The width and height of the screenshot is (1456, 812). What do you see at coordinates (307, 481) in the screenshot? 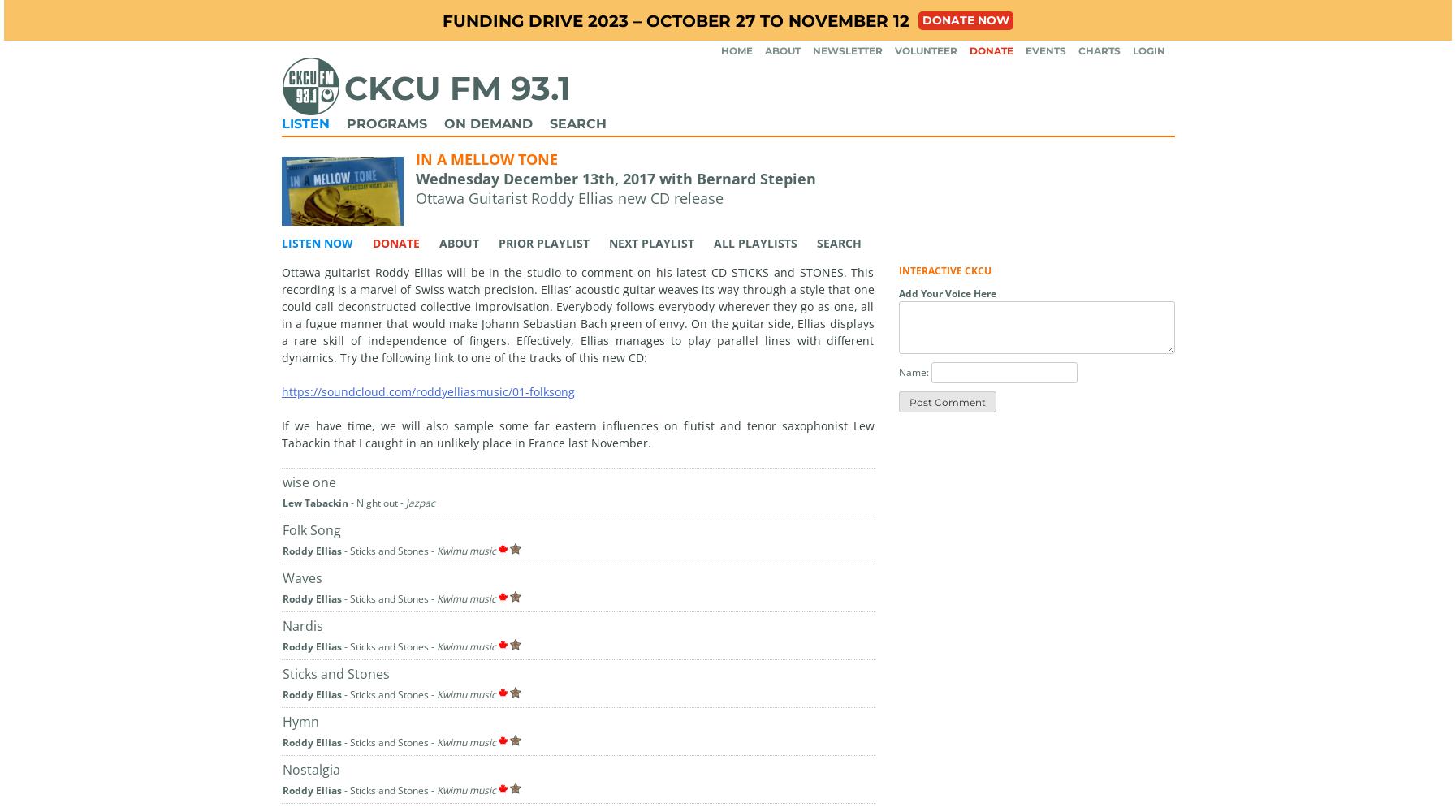
I see `'wise one'` at bounding box center [307, 481].